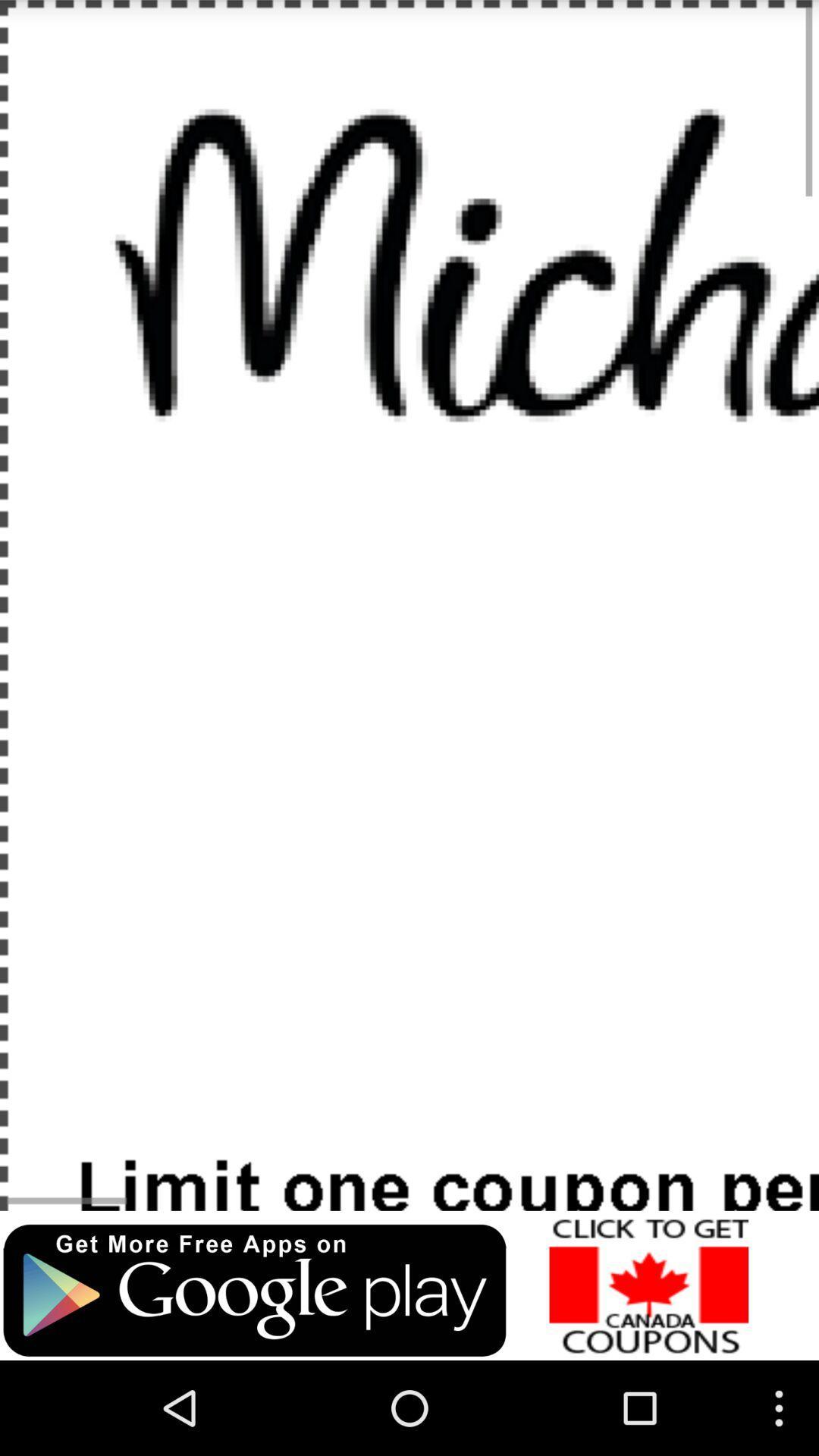  What do you see at coordinates (648, 1285) in the screenshot?
I see `open advertisement` at bounding box center [648, 1285].